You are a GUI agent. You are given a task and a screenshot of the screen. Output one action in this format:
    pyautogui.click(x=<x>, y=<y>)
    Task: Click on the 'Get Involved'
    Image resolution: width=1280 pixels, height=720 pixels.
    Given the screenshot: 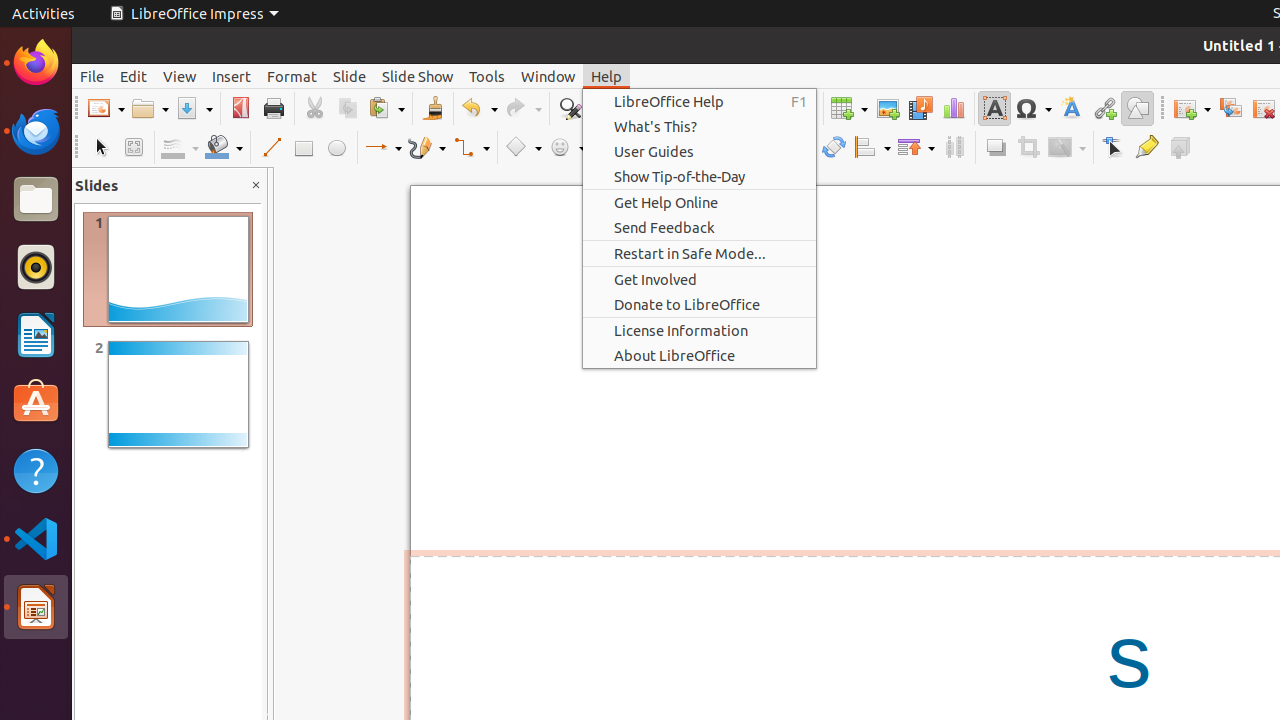 What is the action you would take?
    pyautogui.click(x=699, y=279)
    